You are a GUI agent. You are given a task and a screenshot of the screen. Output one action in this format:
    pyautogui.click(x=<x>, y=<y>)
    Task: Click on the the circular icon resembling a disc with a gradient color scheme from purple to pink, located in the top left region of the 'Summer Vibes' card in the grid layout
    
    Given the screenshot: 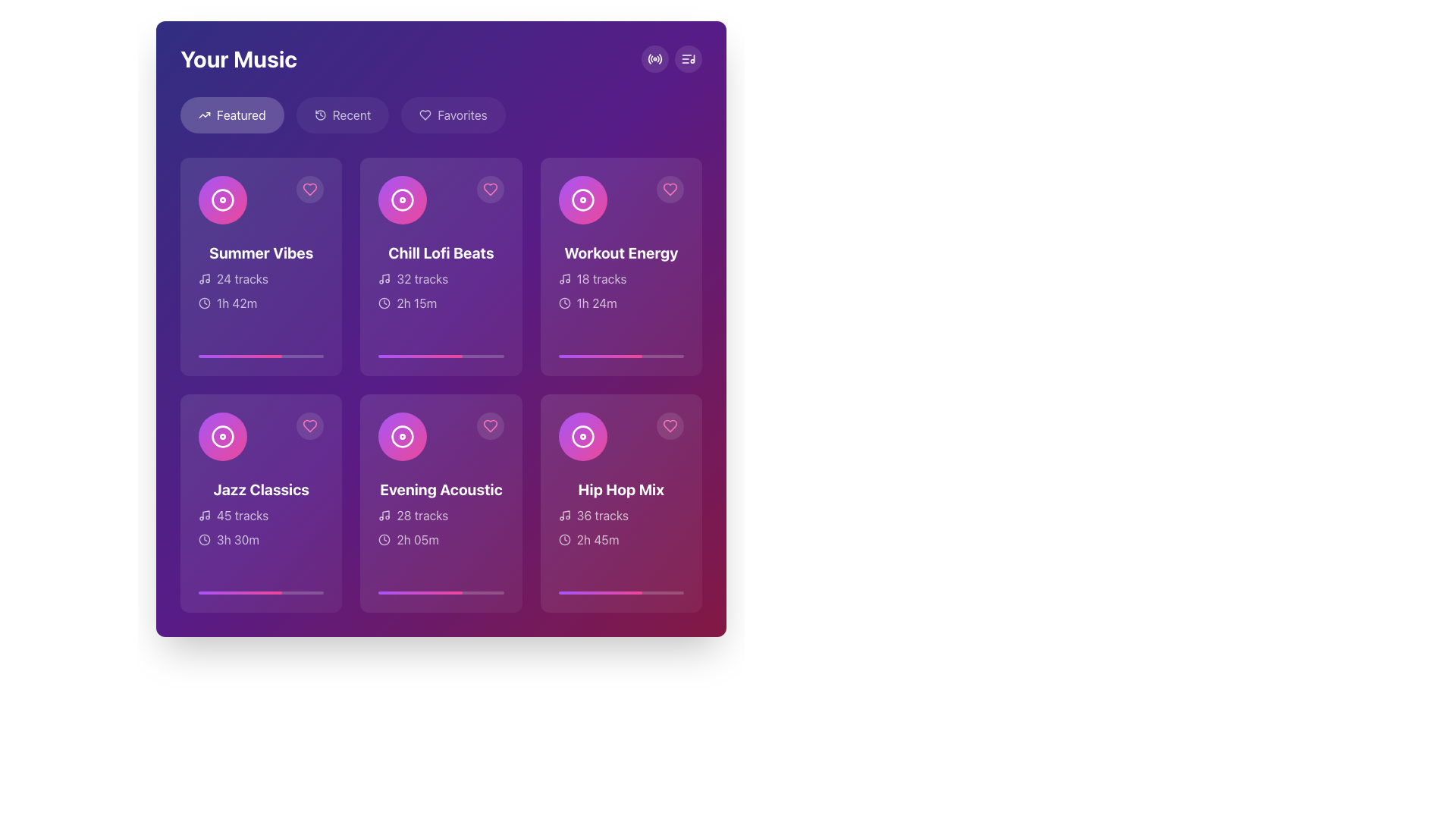 What is the action you would take?
    pyautogui.click(x=221, y=199)
    